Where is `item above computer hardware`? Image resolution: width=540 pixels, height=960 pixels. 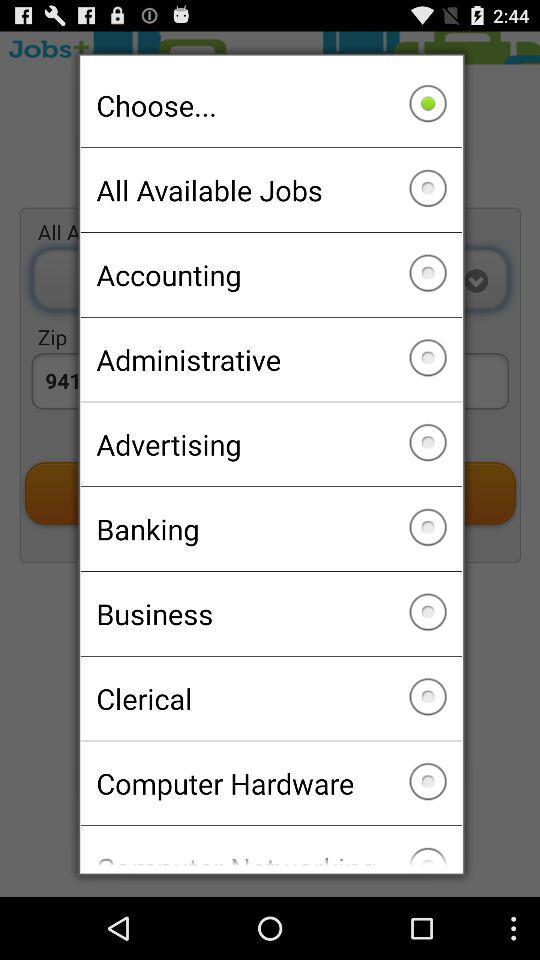 item above computer hardware is located at coordinates (270, 698).